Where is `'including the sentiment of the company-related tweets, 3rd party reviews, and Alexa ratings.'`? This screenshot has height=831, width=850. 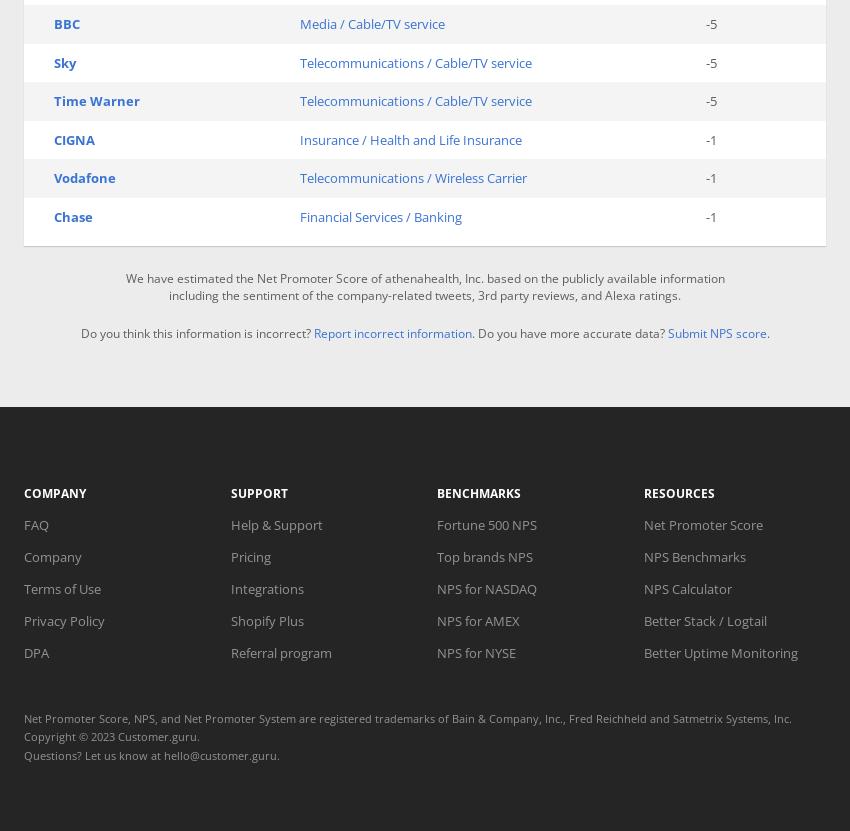
'including the sentiment of the company-related tweets, 3rd party reviews, and Alexa ratings.' is located at coordinates (168, 295).